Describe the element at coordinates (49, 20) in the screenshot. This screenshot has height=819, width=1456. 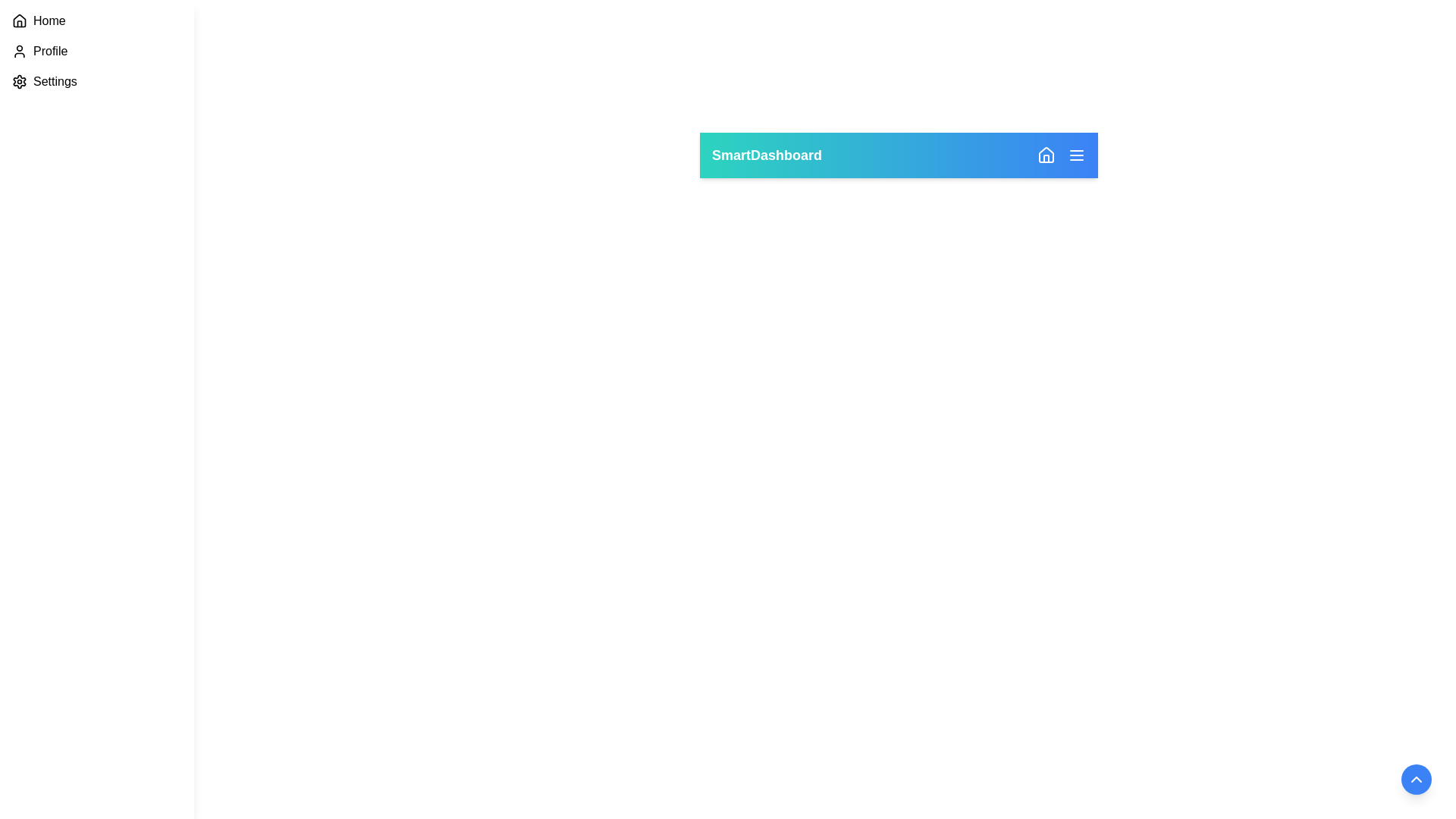
I see `the 'Home' text label located to the right of the house icon in the vertical navigation sidebar on the extreme left of the interface` at that location.